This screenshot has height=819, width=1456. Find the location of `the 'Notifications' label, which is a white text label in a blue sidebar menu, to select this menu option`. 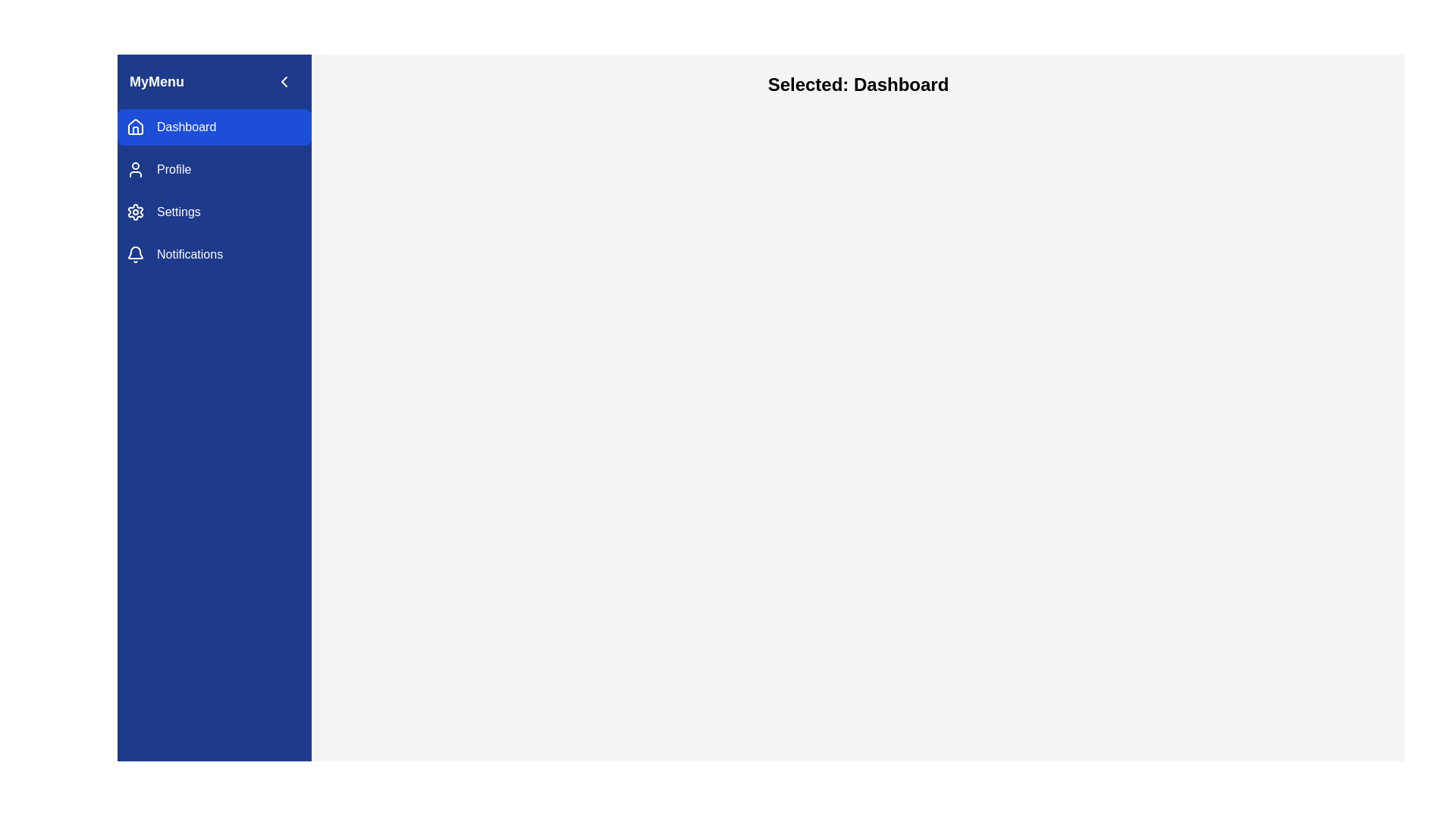

the 'Notifications' label, which is a white text label in a blue sidebar menu, to select this menu option is located at coordinates (189, 253).